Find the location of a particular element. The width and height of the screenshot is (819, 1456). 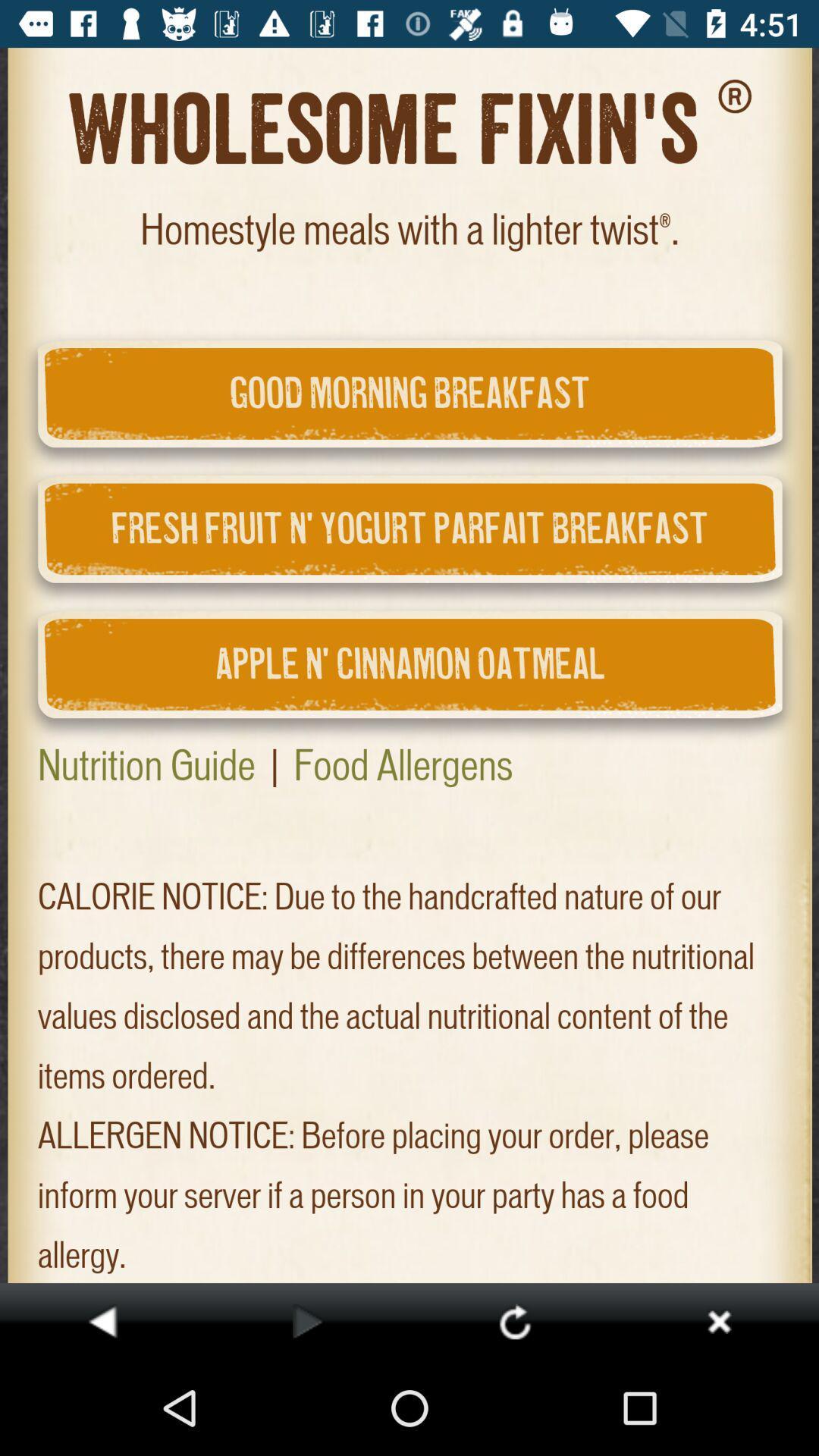

go back is located at coordinates (102, 1320).